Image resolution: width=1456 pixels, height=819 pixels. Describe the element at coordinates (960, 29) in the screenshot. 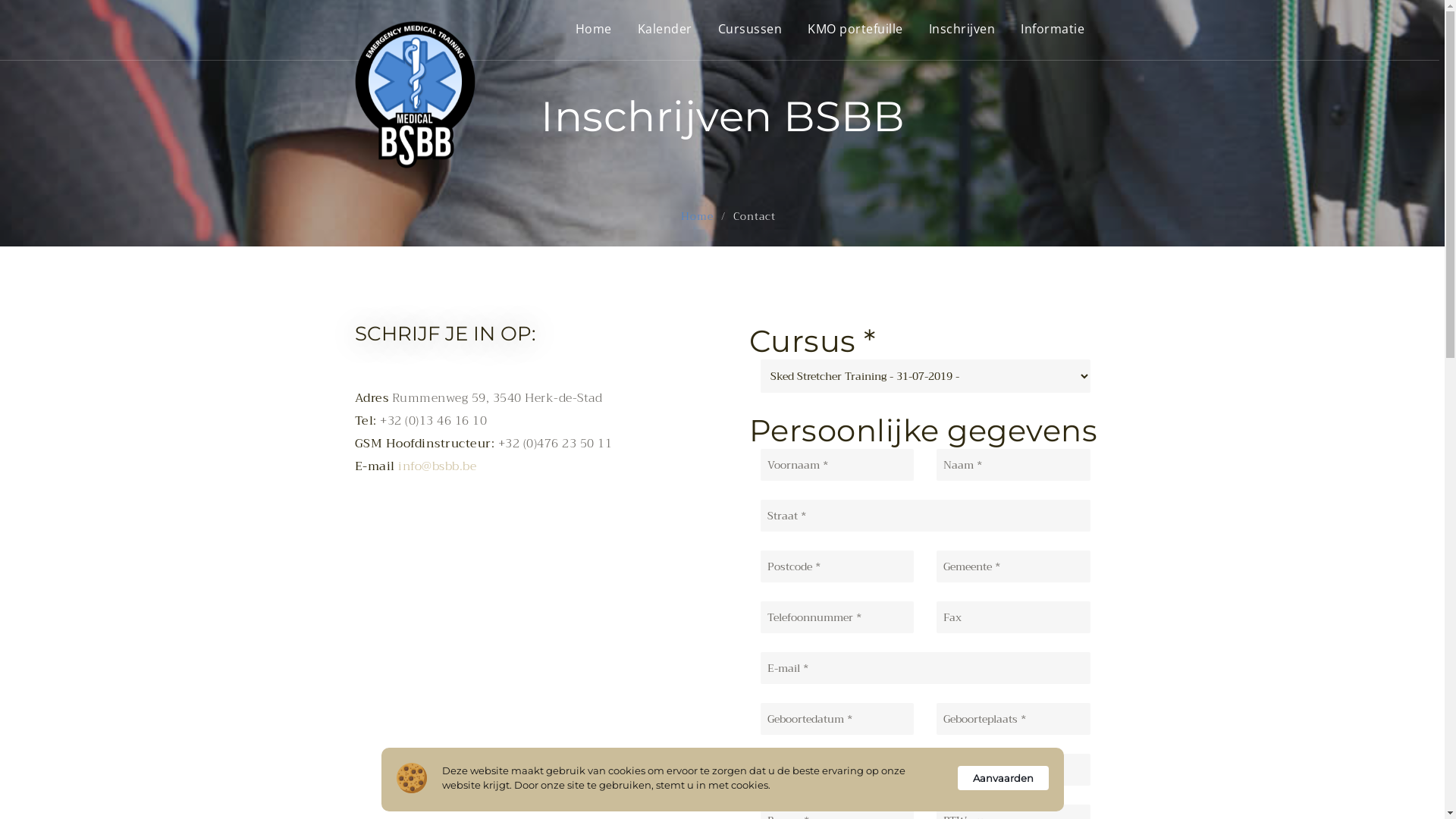

I see `'Inschrijven'` at that location.